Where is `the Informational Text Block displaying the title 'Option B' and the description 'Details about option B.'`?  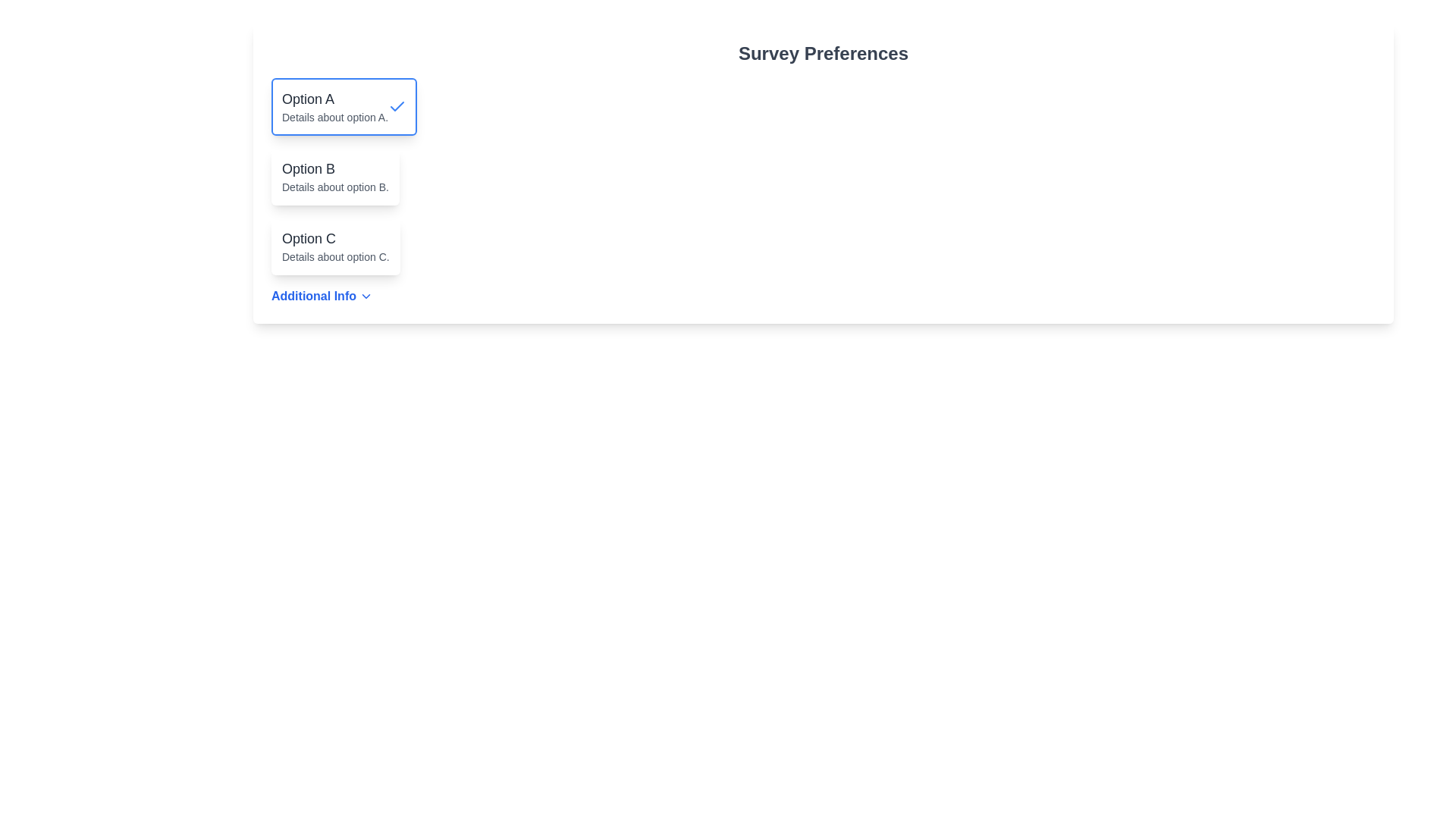
the Informational Text Block displaying the title 'Option B' and the description 'Details about option B.' is located at coordinates (334, 175).